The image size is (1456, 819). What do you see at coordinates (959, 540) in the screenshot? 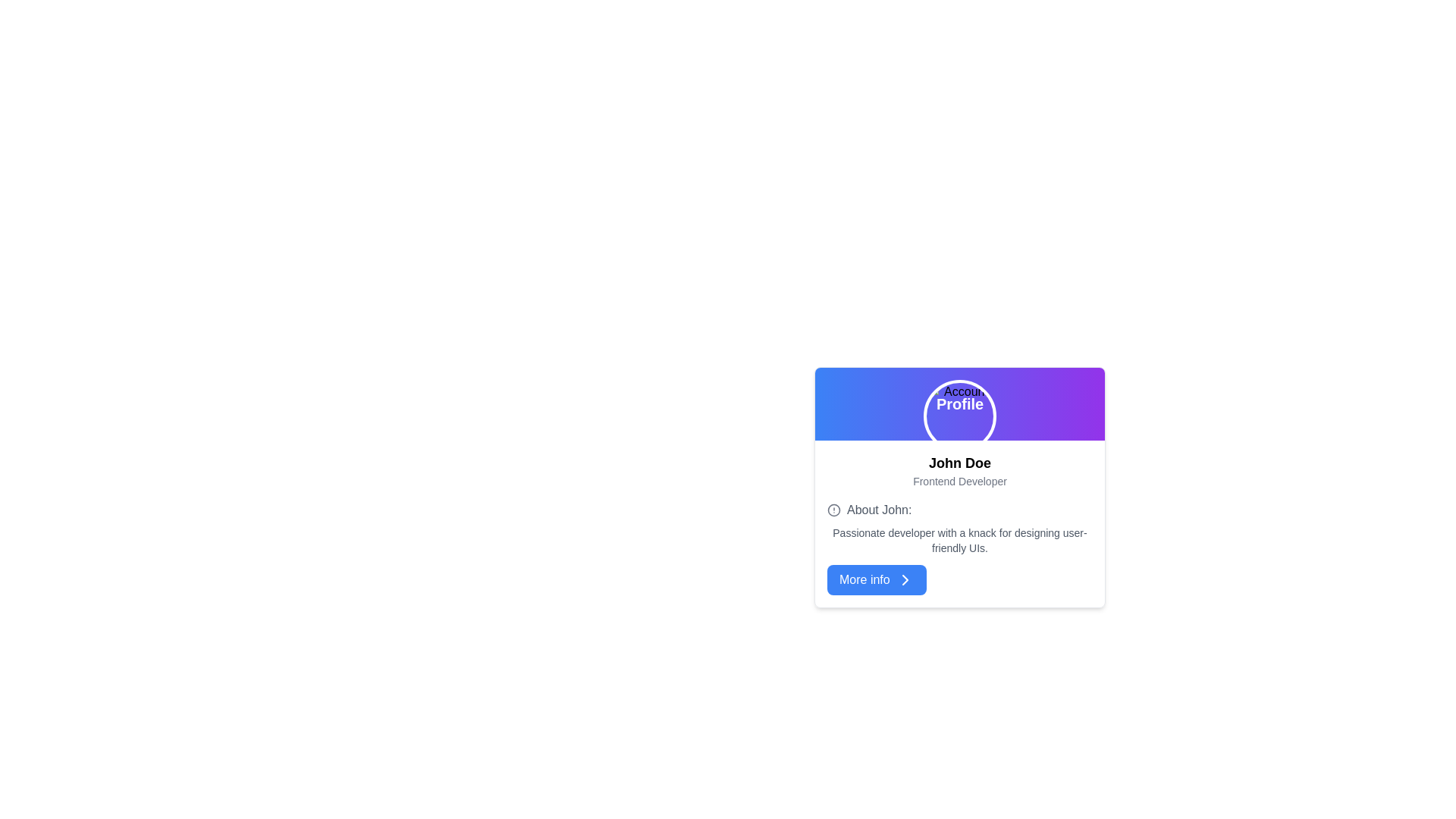
I see `the text label reading 'Passionate developer with a knack for designing user-friendly UIs.' positioned below the header 'About John:' within the profile card to focus on it` at bounding box center [959, 540].